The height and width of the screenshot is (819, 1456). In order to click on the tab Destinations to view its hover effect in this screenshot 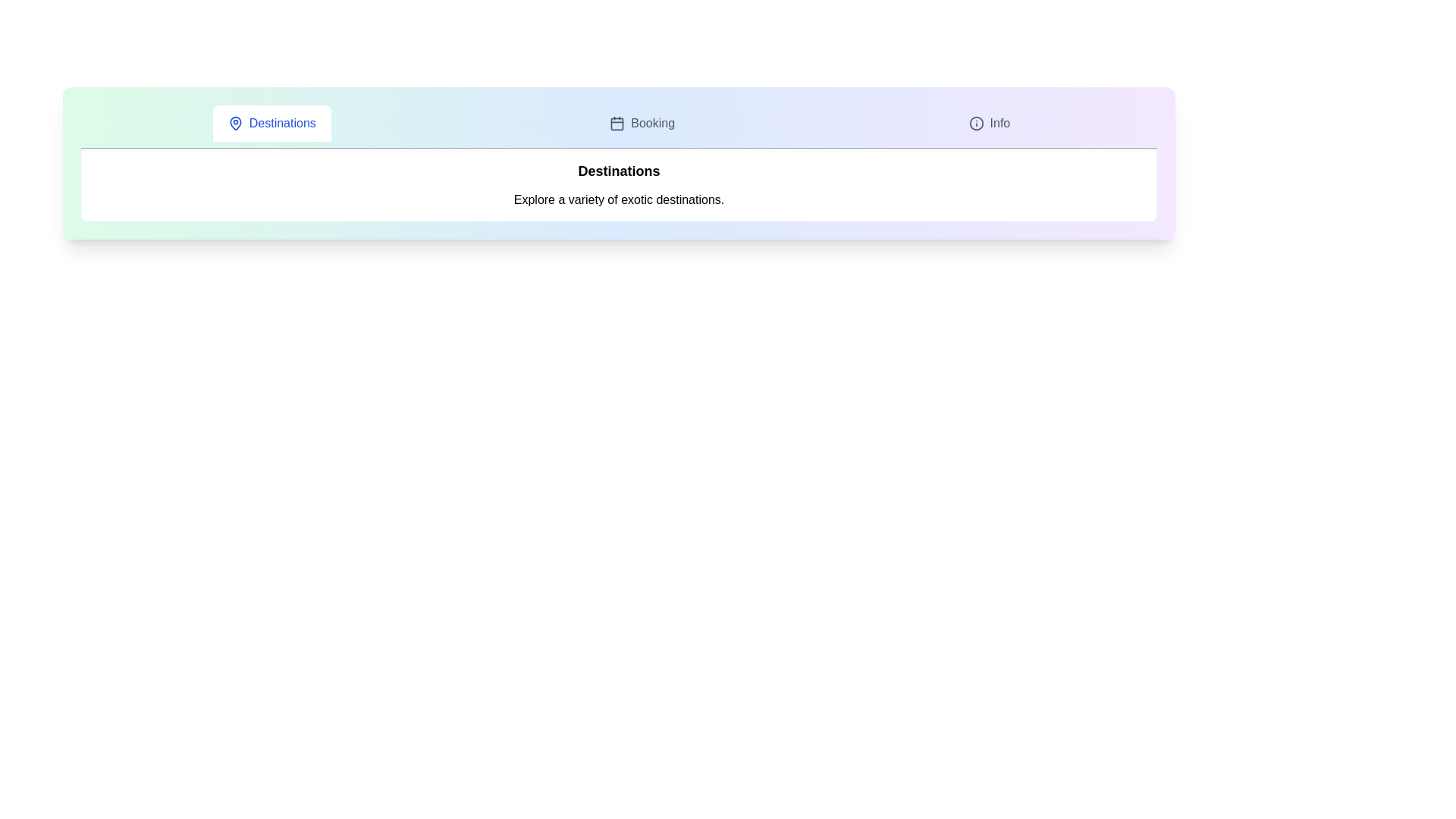, I will do `click(271, 122)`.